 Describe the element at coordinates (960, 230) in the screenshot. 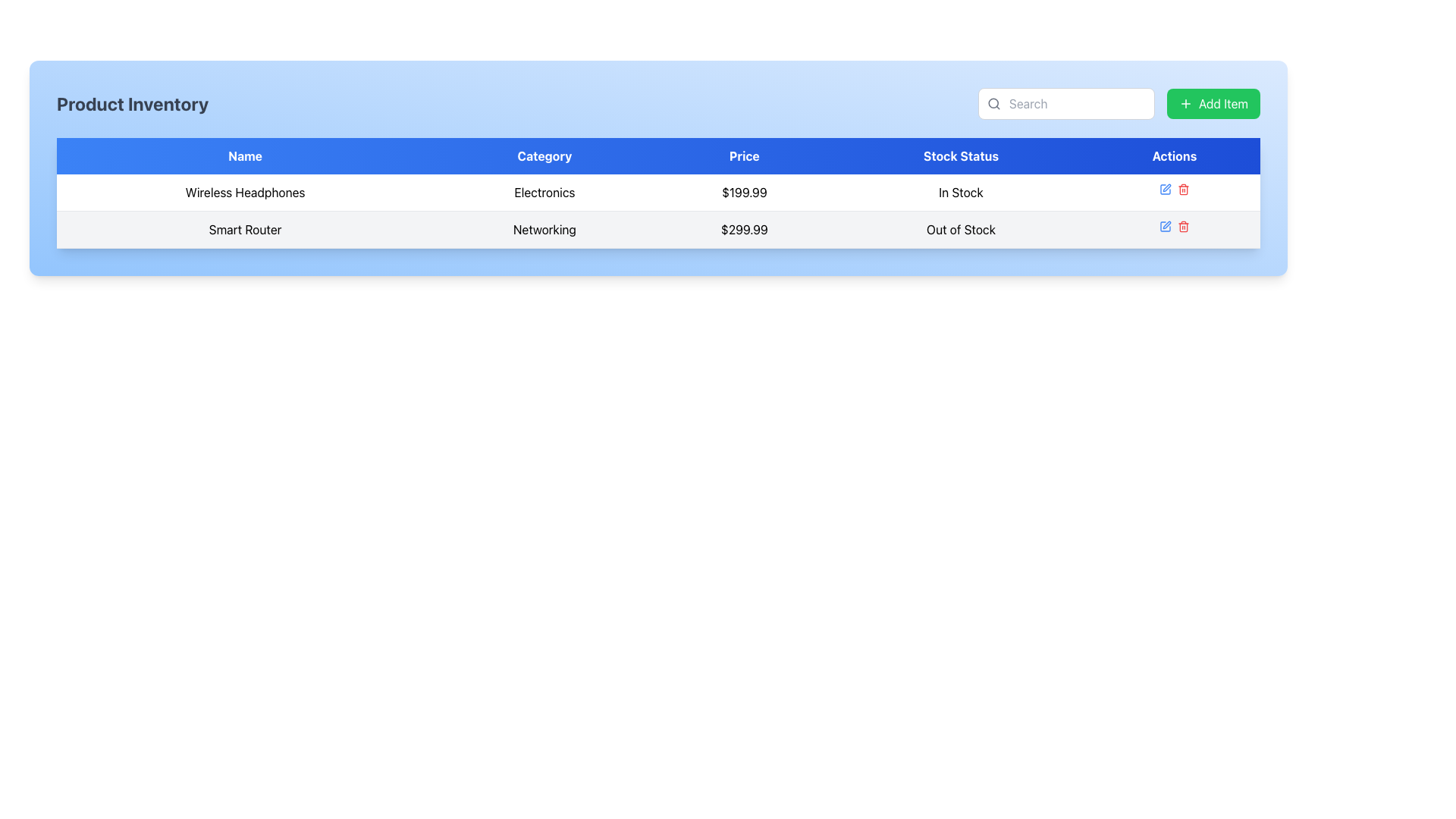

I see `the Text Label that indicates the stock availability status for the 'Smart Router' product in the Stock Status column` at that location.